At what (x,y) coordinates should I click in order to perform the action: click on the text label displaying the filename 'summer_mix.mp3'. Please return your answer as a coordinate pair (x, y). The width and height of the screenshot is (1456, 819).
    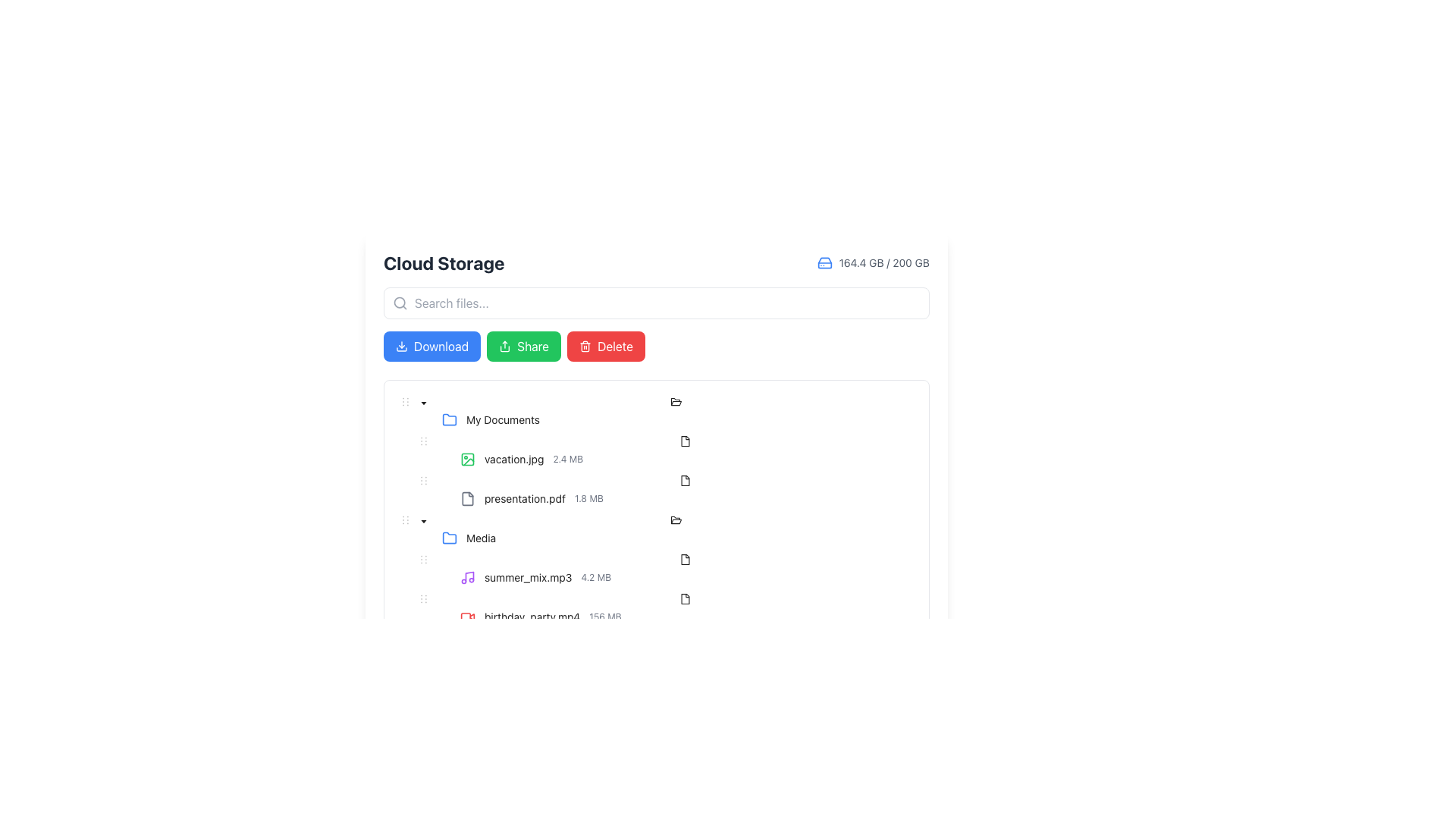
    Looking at the image, I should click on (528, 578).